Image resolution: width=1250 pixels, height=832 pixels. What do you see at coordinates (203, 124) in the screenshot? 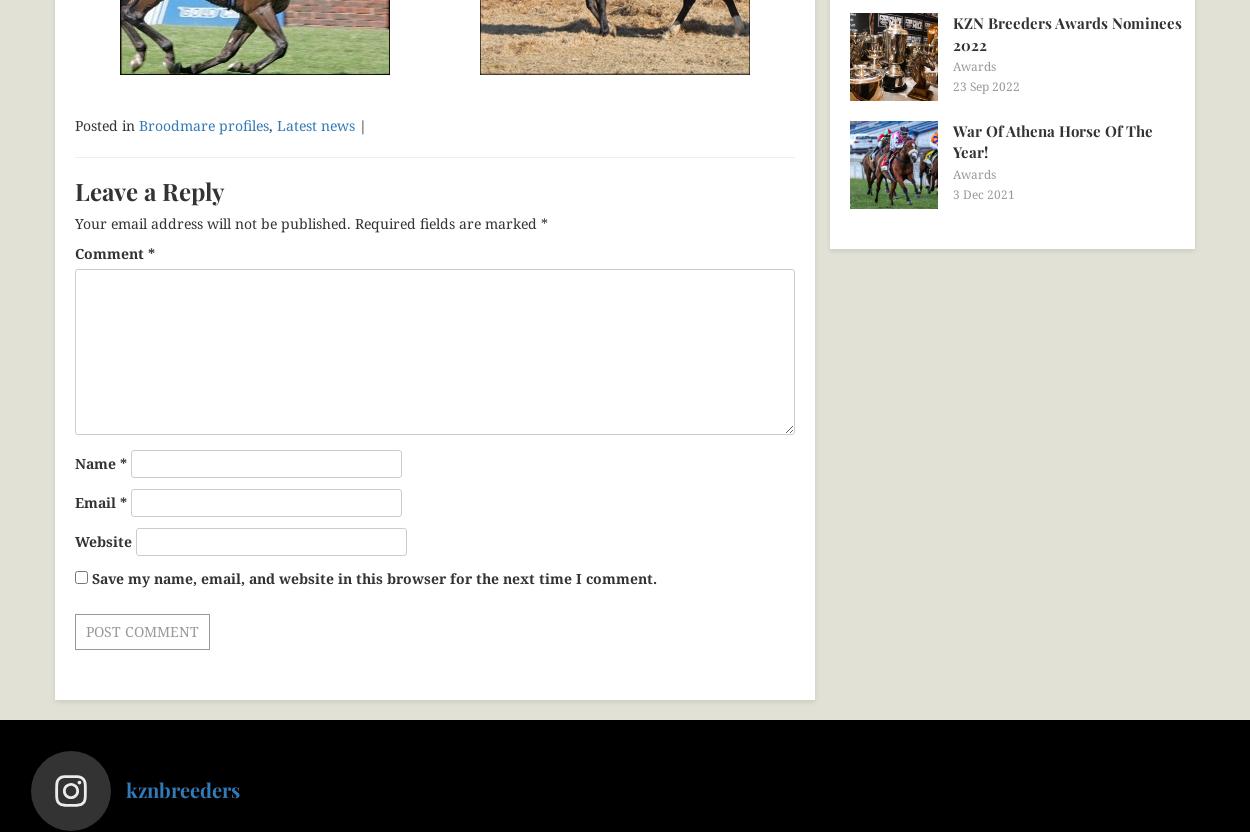
I see `'Broodmare profiles'` at bounding box center [203, 124].